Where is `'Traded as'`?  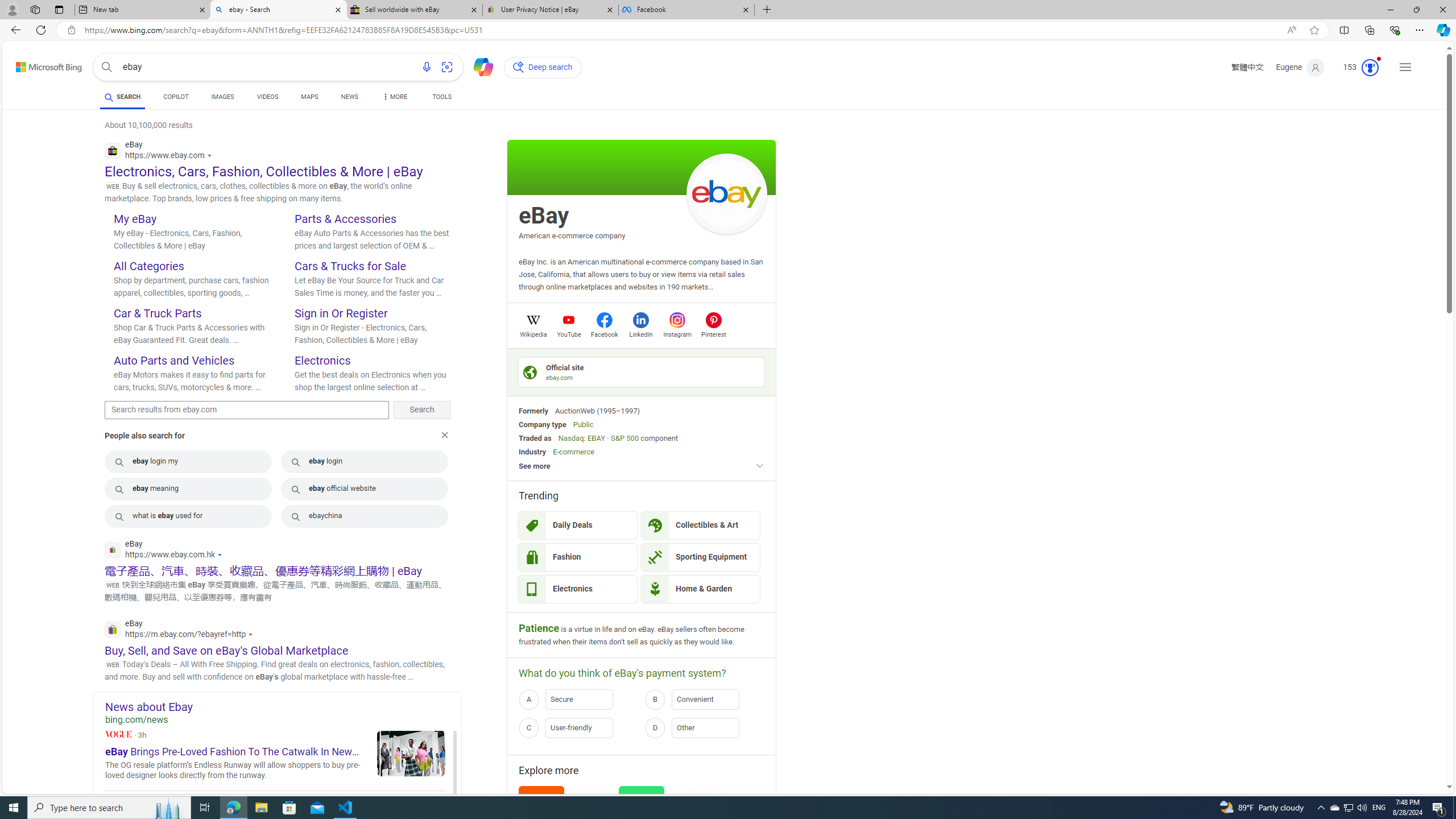 'Traded as' is located at coordinates (534, 437).